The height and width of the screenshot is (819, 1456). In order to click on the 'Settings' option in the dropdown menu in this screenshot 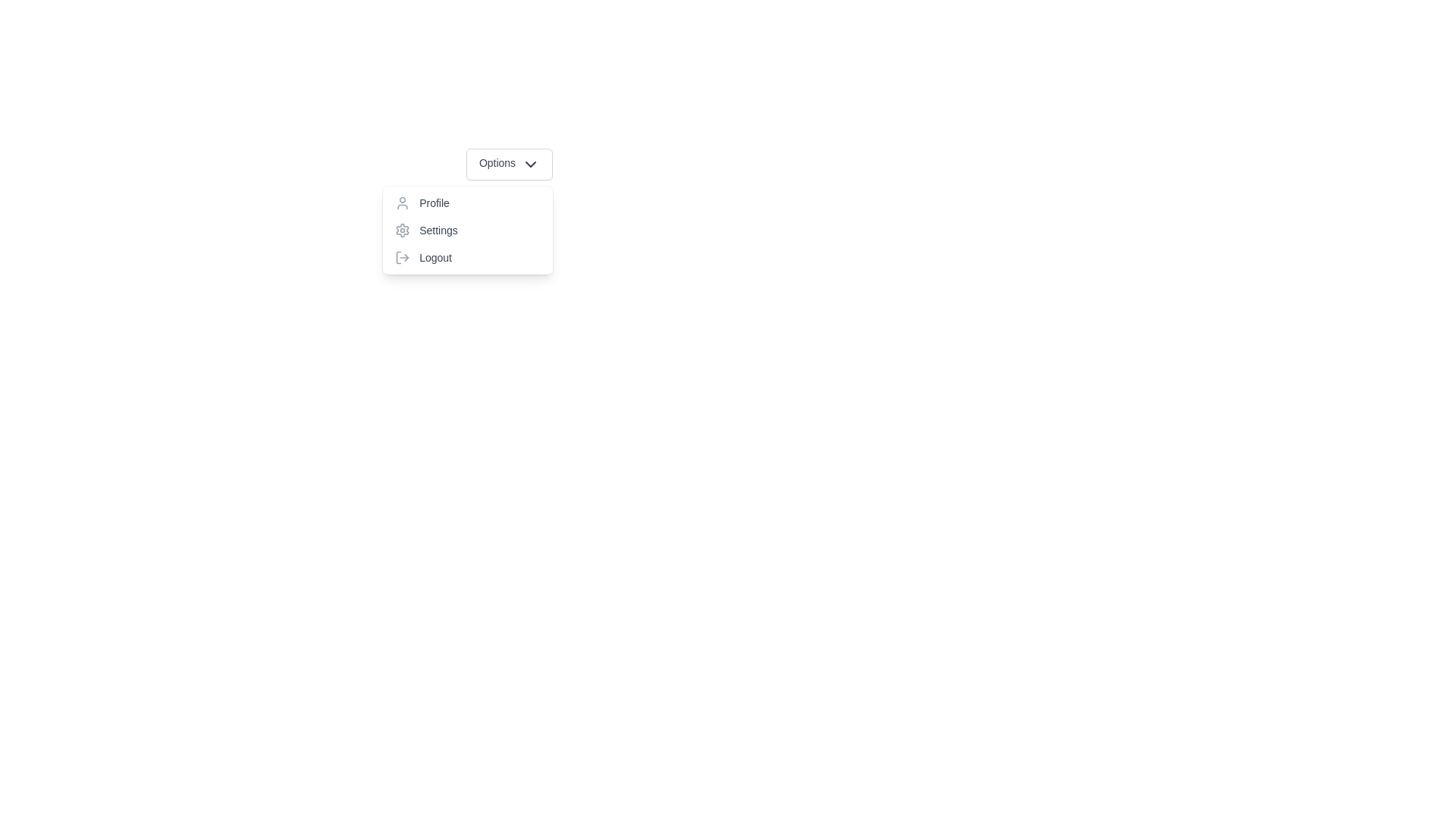, I will do `click(467, 231)`.